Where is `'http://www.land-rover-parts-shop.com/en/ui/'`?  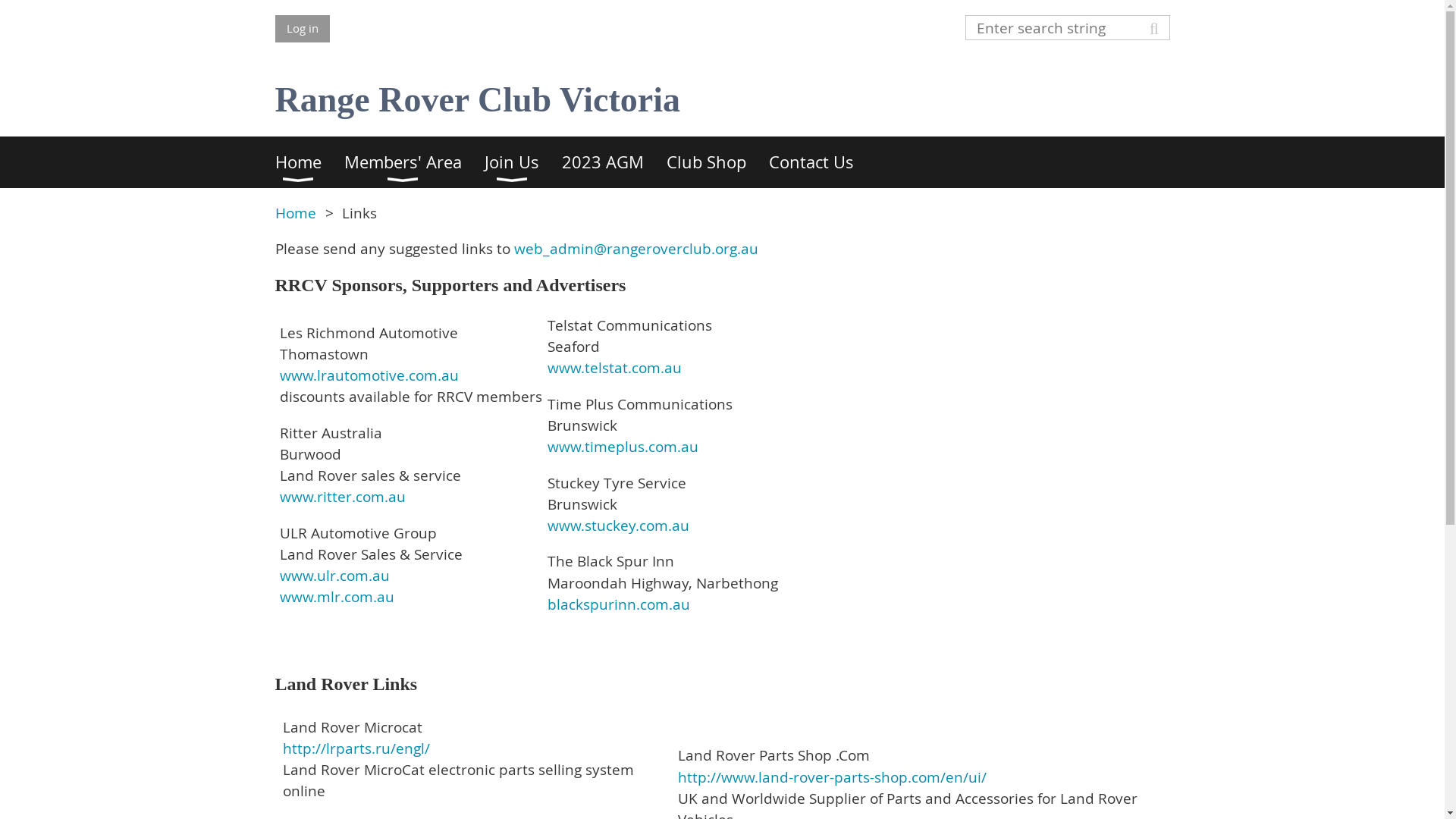
'http://www.land-rover-parts-shop.com/en/ui/' is located at coordinates (831, 777).